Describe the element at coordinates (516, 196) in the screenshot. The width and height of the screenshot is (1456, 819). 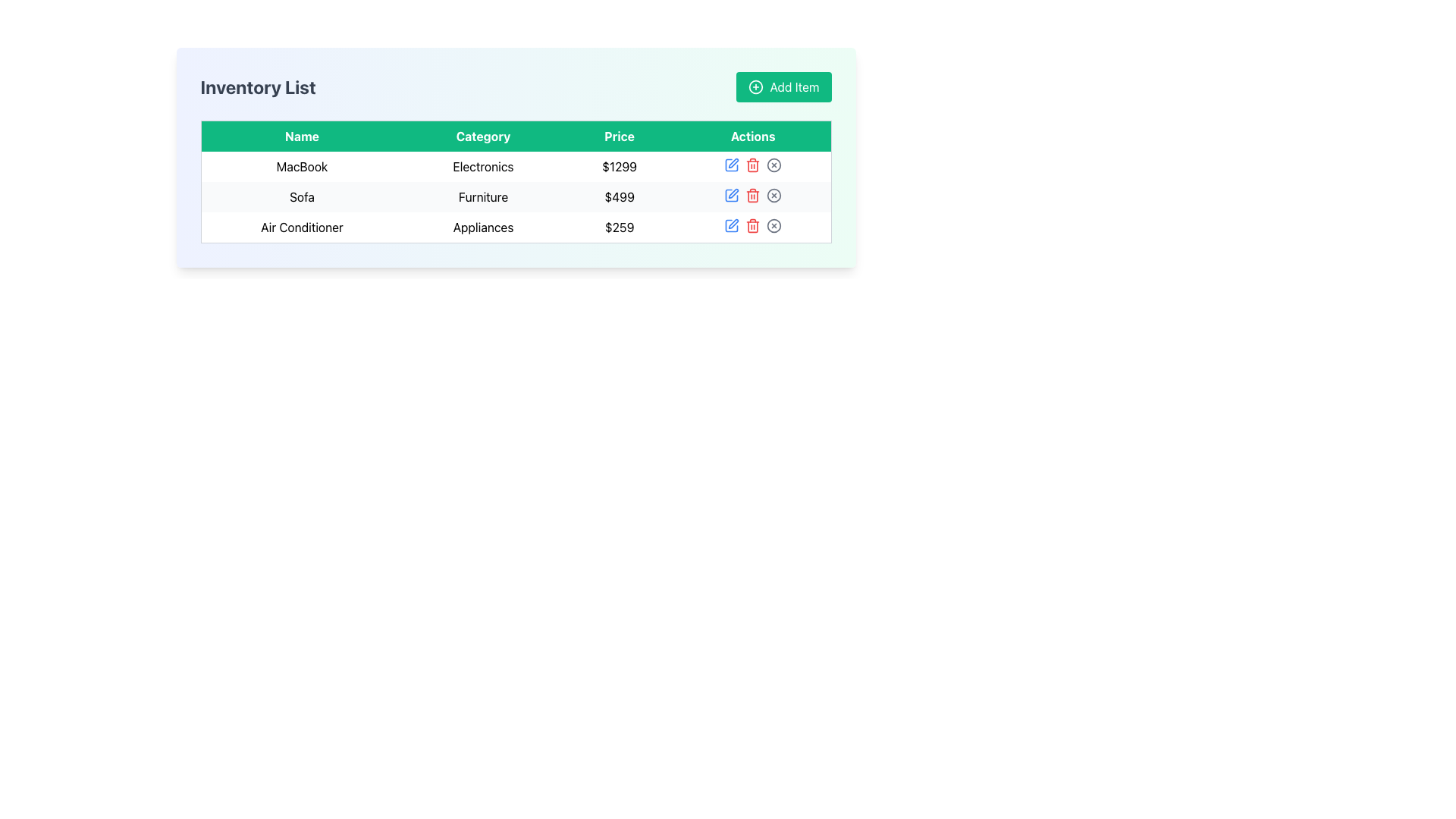
I see `the contents of the table row labeled 'Sofa' which contains the labels 'Sofa', 'Furniture'` at that location.